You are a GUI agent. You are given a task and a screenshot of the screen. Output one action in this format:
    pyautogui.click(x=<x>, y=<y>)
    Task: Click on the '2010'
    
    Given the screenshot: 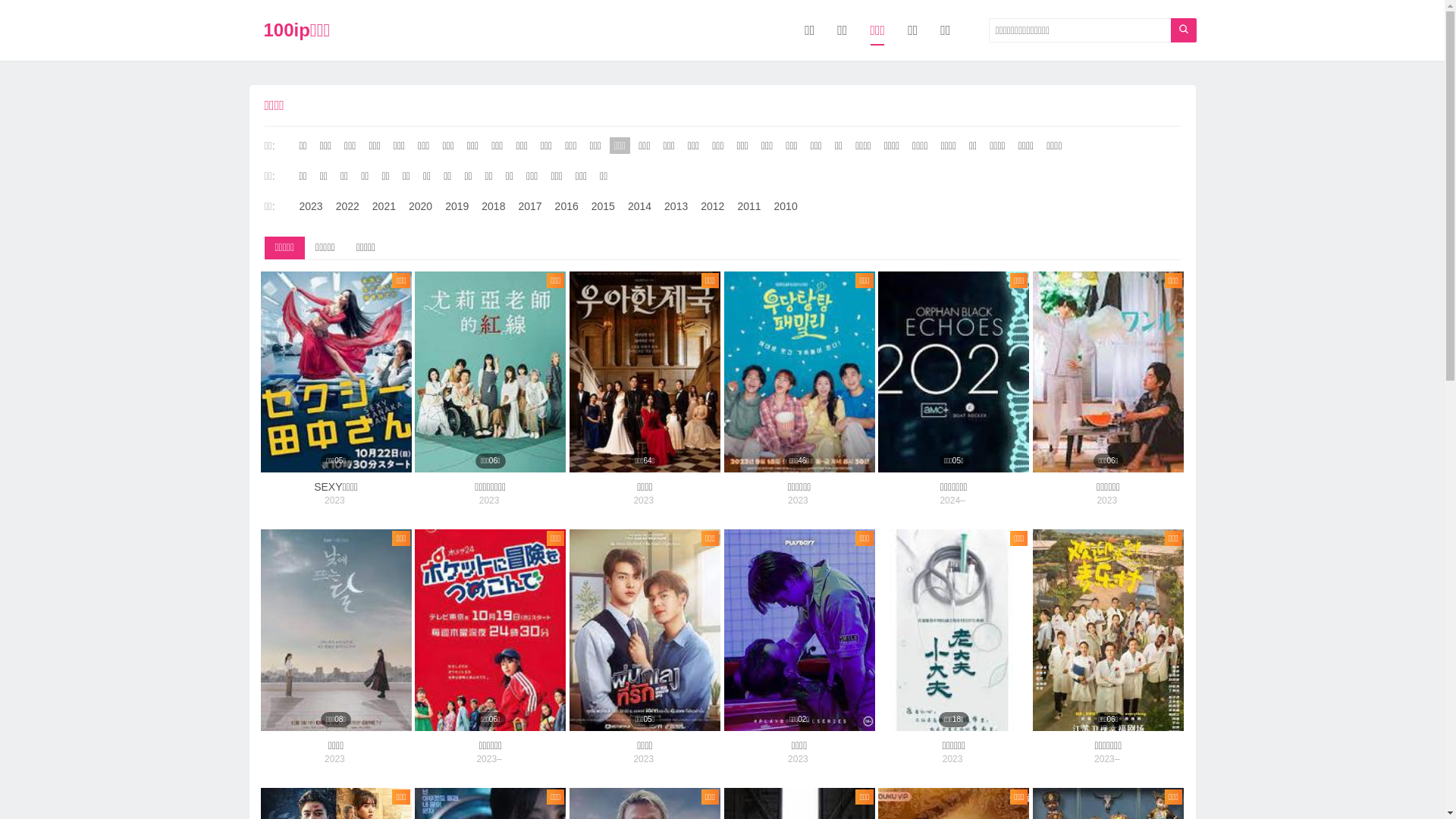 What is the action you would take?
    pyautogui.click(x=769, y=206)
    